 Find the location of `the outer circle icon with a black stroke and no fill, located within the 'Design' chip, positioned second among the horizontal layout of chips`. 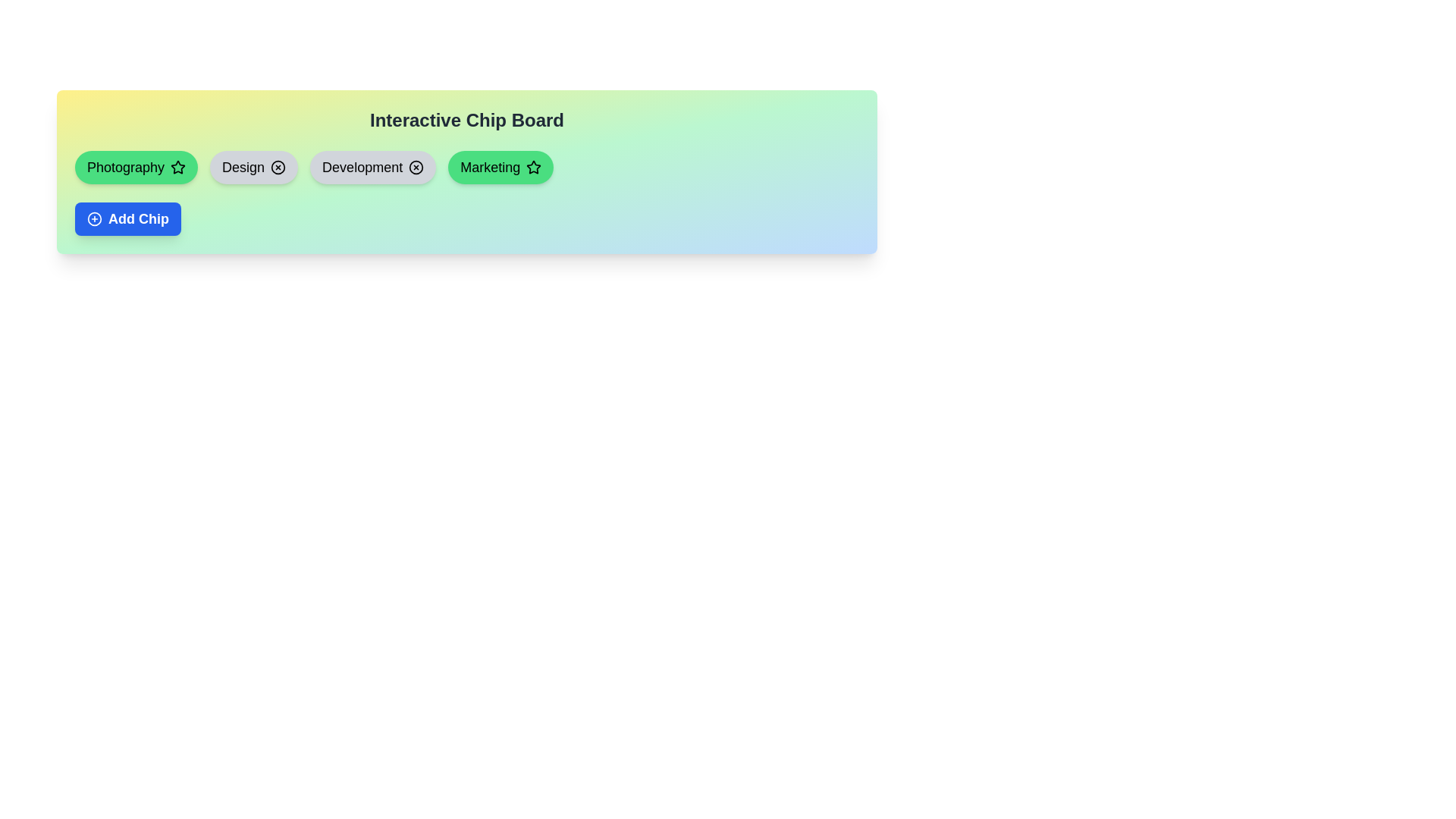

the outer circle icon with a black stroke and no fill, located within the 'Design' chip, positioned second among the horizontal layout of chips is located at coordinates (278, 167).